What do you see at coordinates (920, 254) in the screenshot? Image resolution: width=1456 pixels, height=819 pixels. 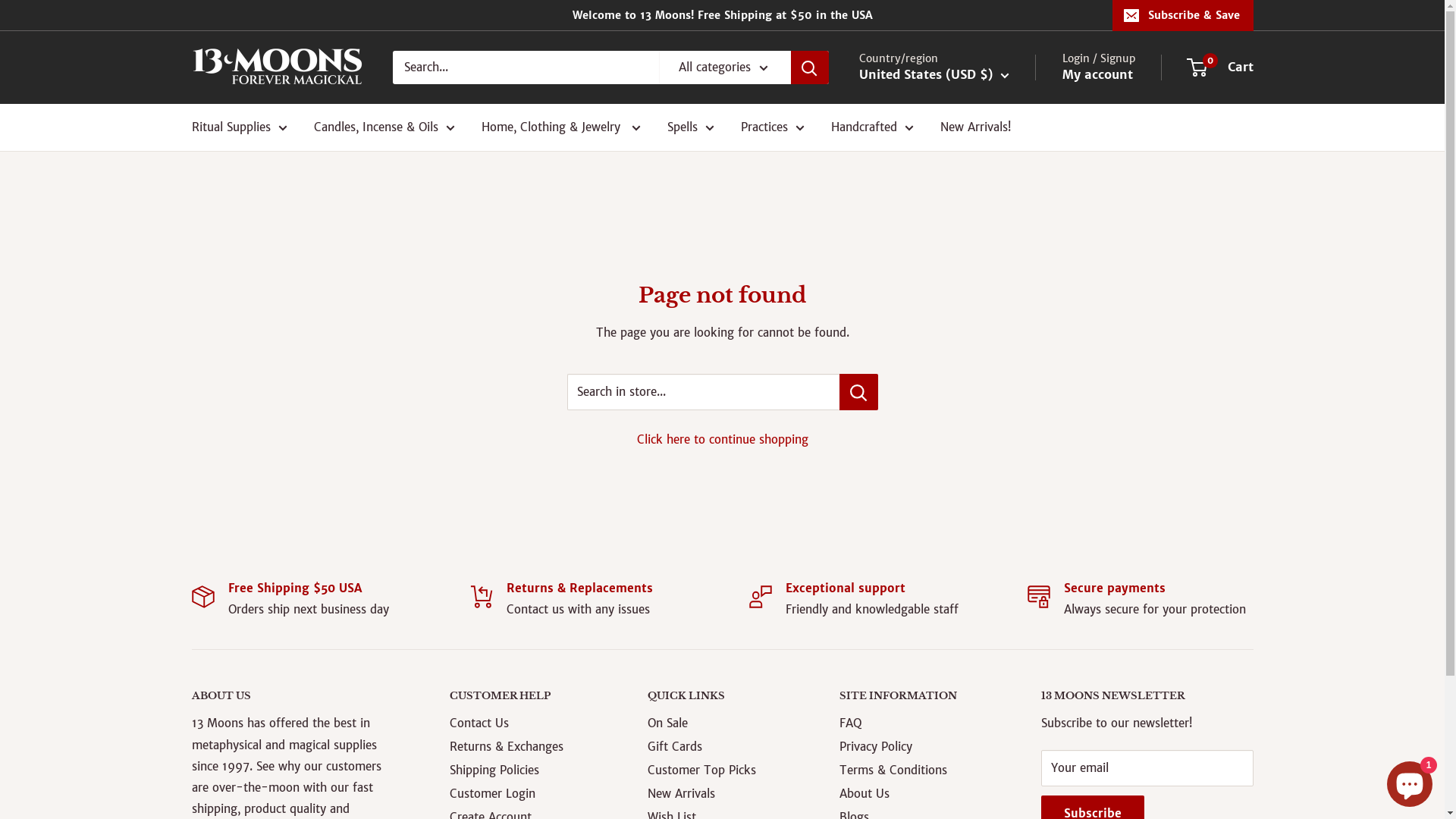 I see `'FR'` at bounding box center [920, 254].